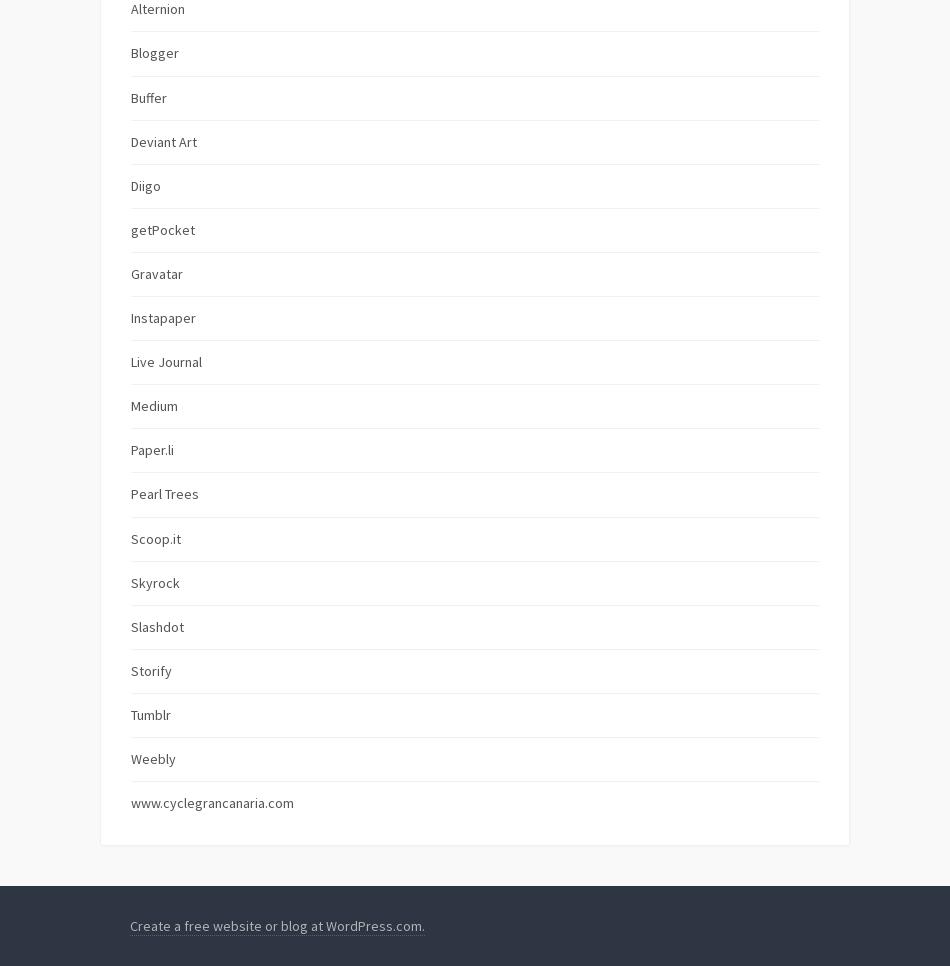  Describe the element at coordinates (155, 53) in the screenshot. I see `'Blogger'` at that location.